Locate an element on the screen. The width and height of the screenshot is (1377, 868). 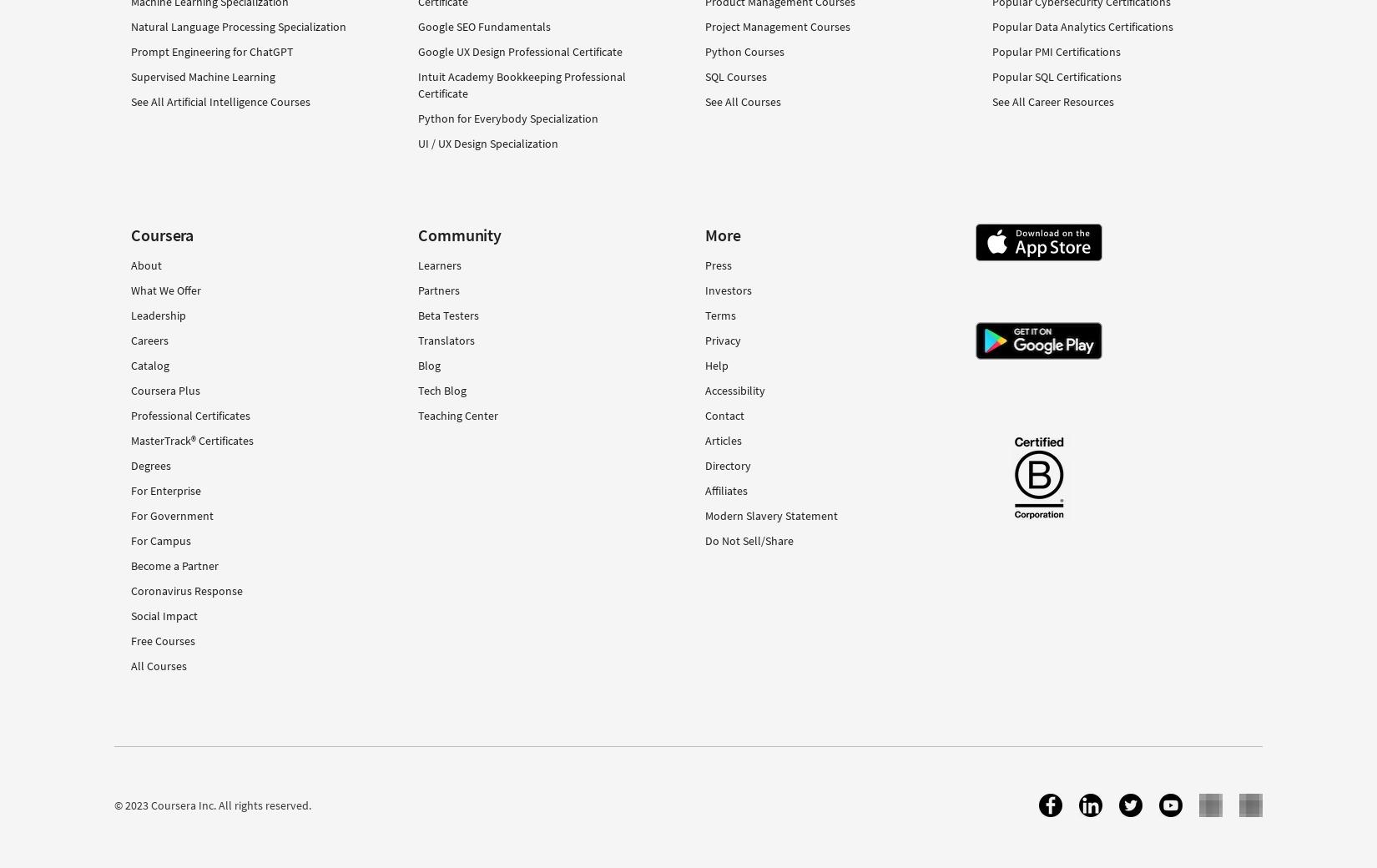
'Help' is located at coordinates (716, 365).